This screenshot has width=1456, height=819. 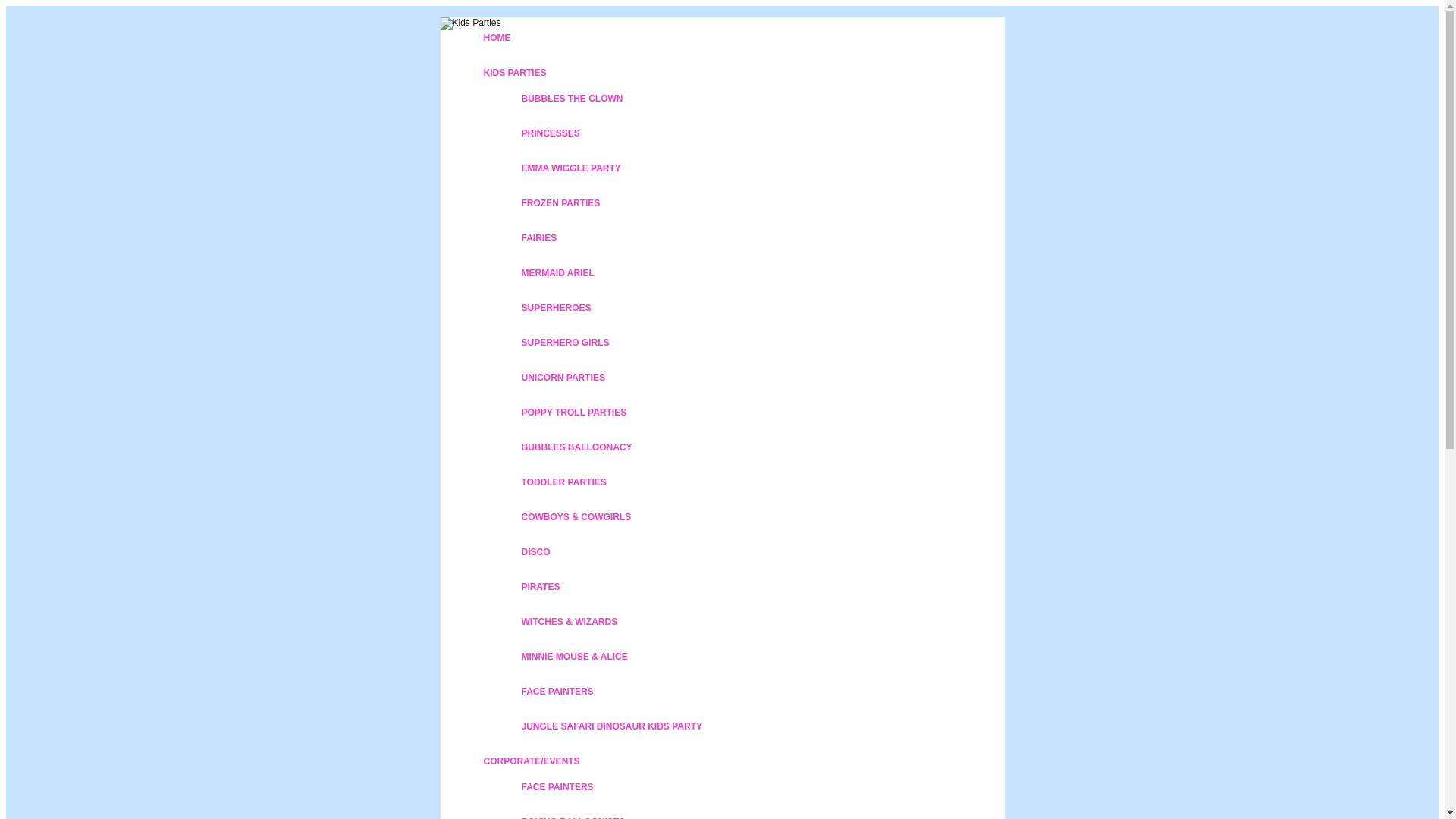 I want to click on 'HOME', so click(x=496, y=37).